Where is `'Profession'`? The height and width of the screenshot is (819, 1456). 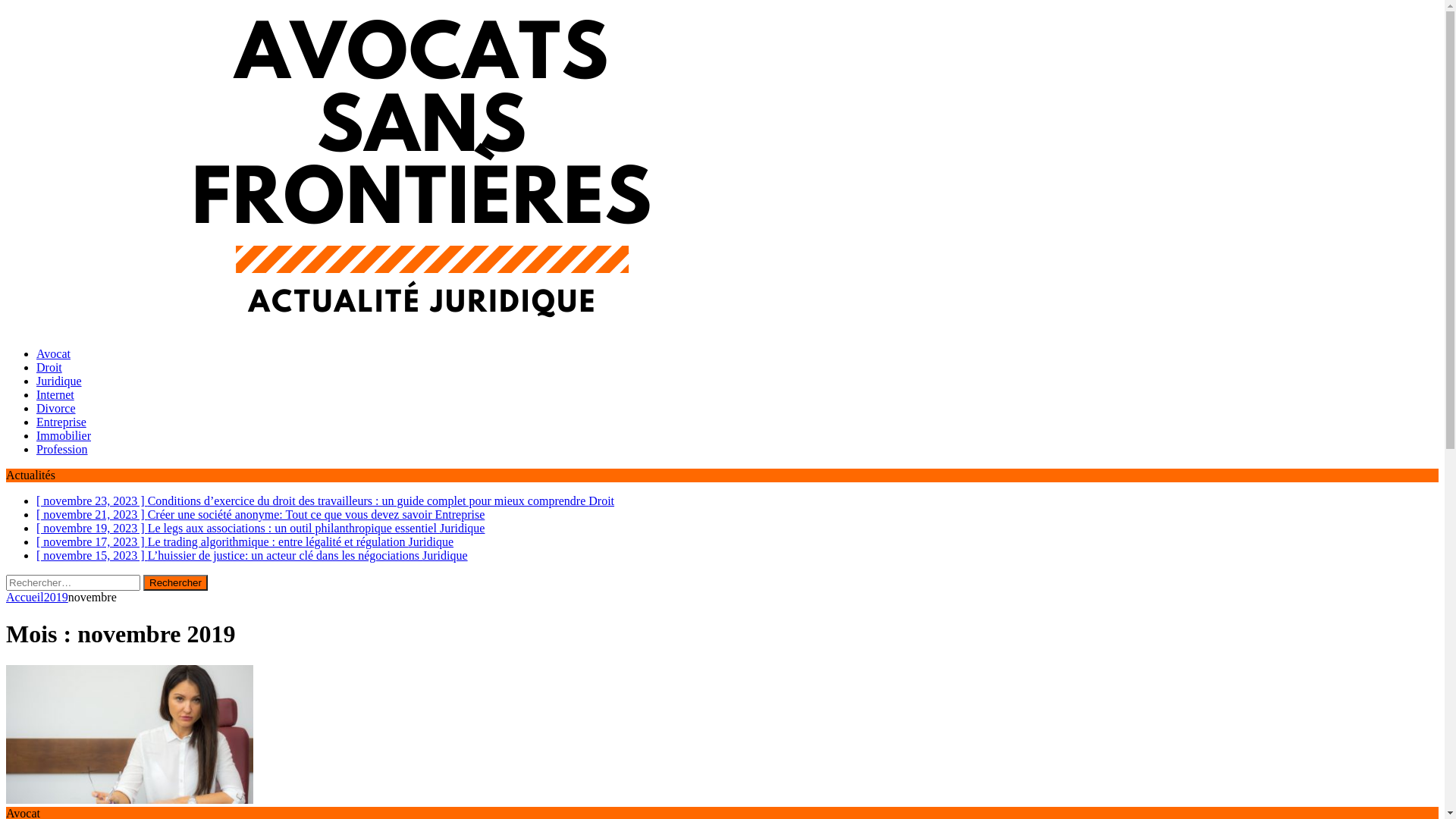
'Profession' is located at coordinates (61, 448).